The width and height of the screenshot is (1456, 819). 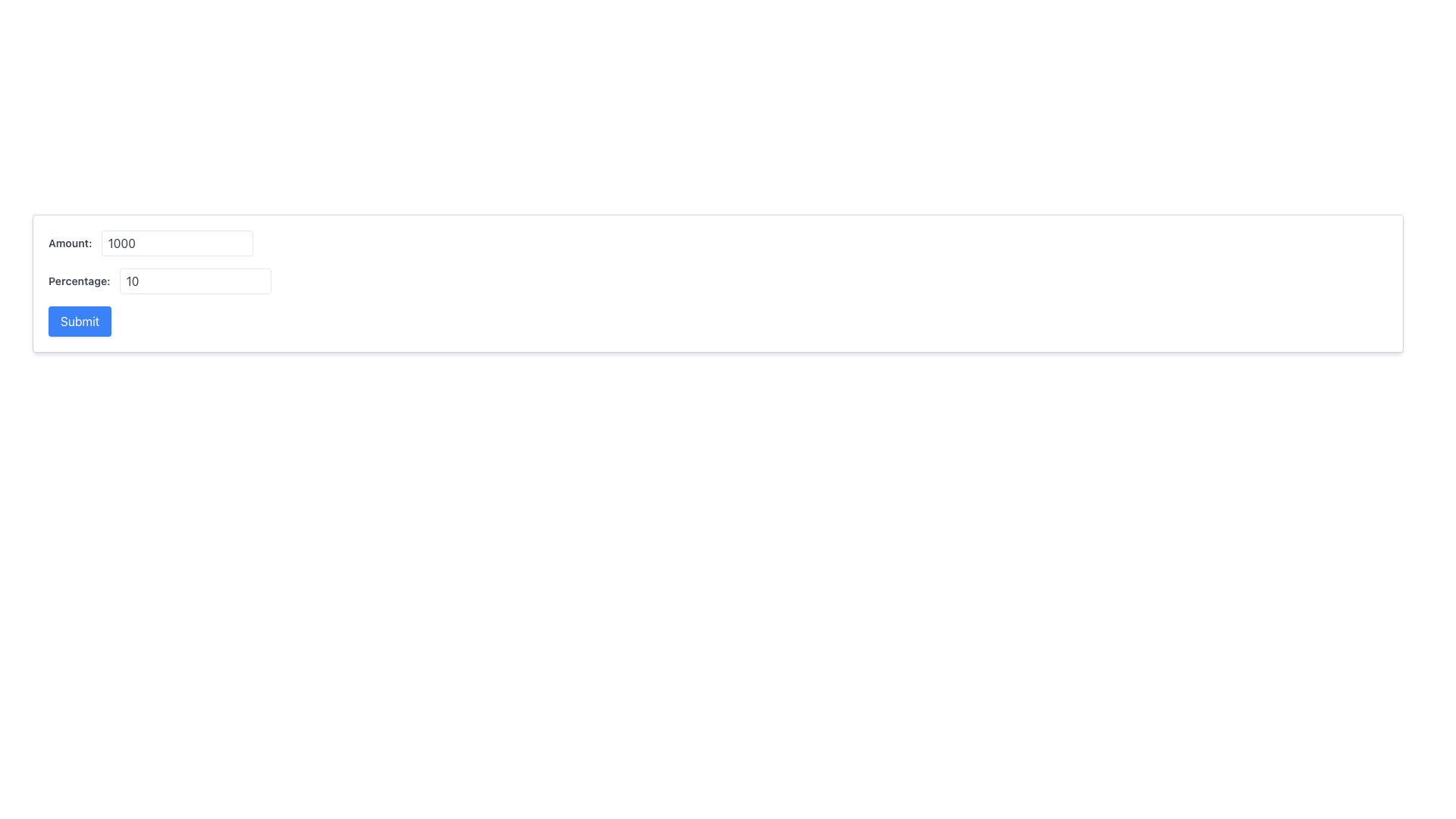 What do you see at coordinates (69, 242) in the screenshot?
I see `the static text label that reads 'Amount:', which is located in the upper-left section of the form interface and is horizontally aligned to the left of an input box` at bounding box center [69, 242].